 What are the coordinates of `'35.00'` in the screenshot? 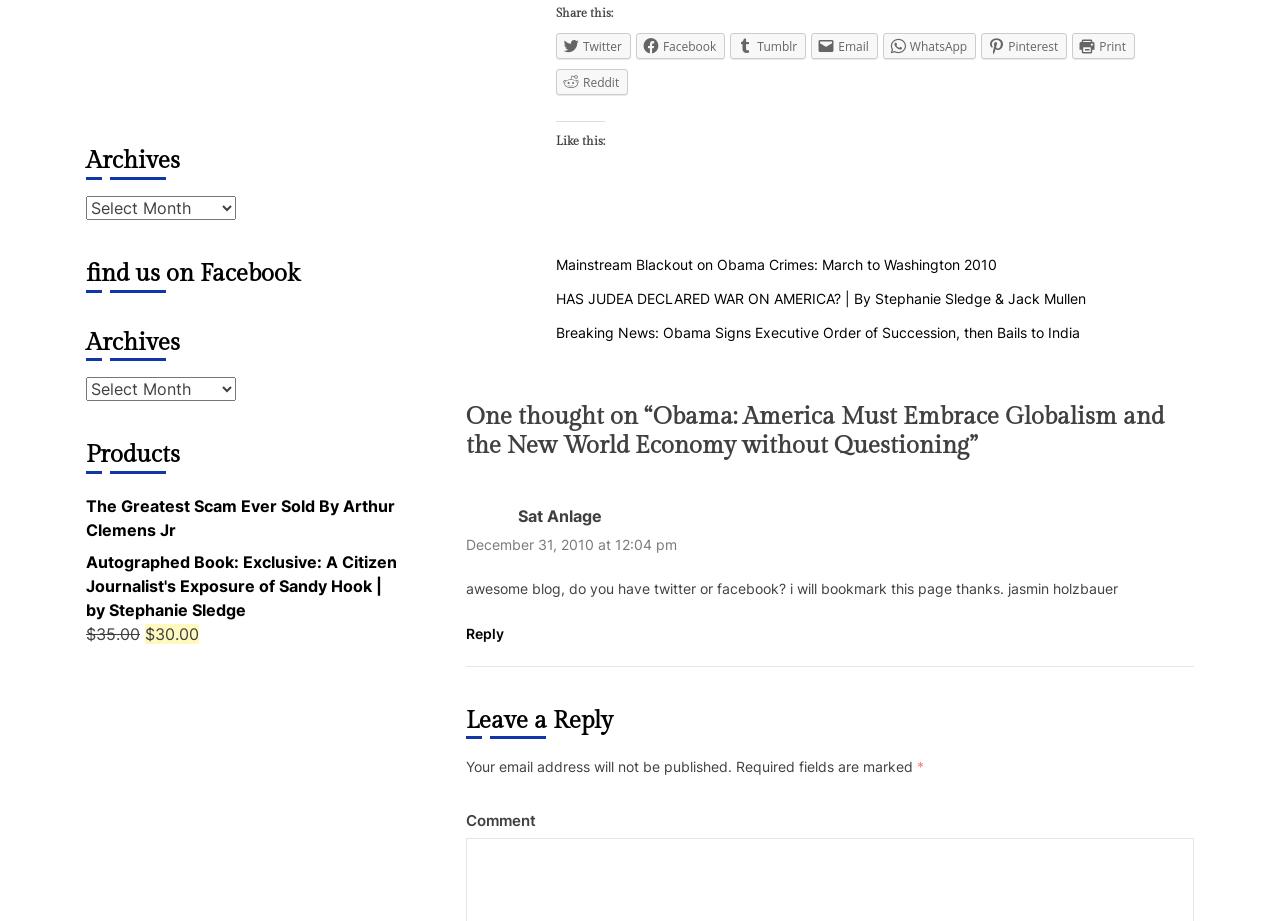 It's located at (117, 634).